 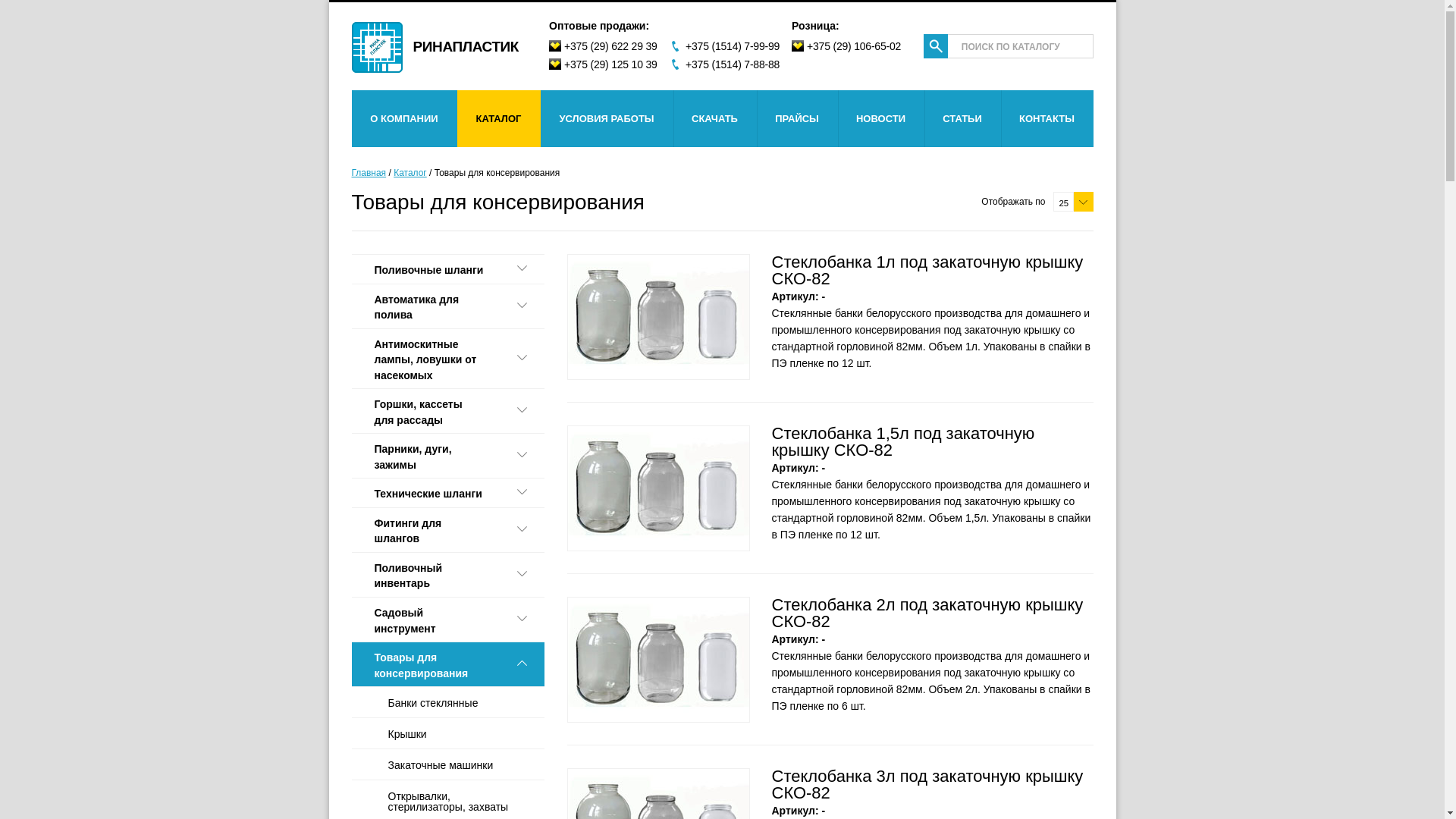 What do you see at coordinates (852, 45) in the screenshot?
I see `'+375 (29) 106-65-02'` at bounding box center [852, 45].